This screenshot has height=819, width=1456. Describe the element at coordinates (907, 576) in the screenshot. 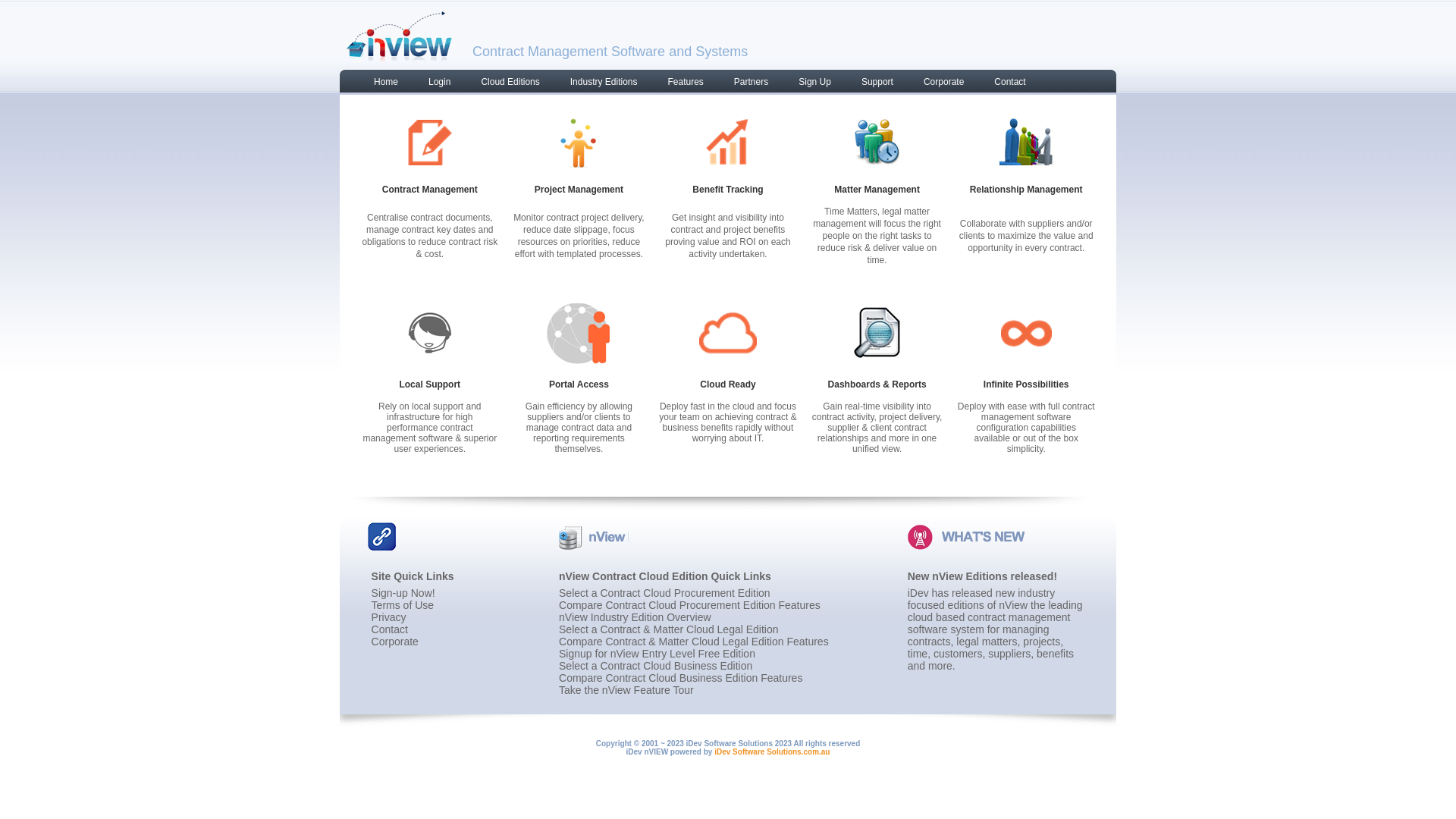

I see `'New nView Editions released!'` at that location.